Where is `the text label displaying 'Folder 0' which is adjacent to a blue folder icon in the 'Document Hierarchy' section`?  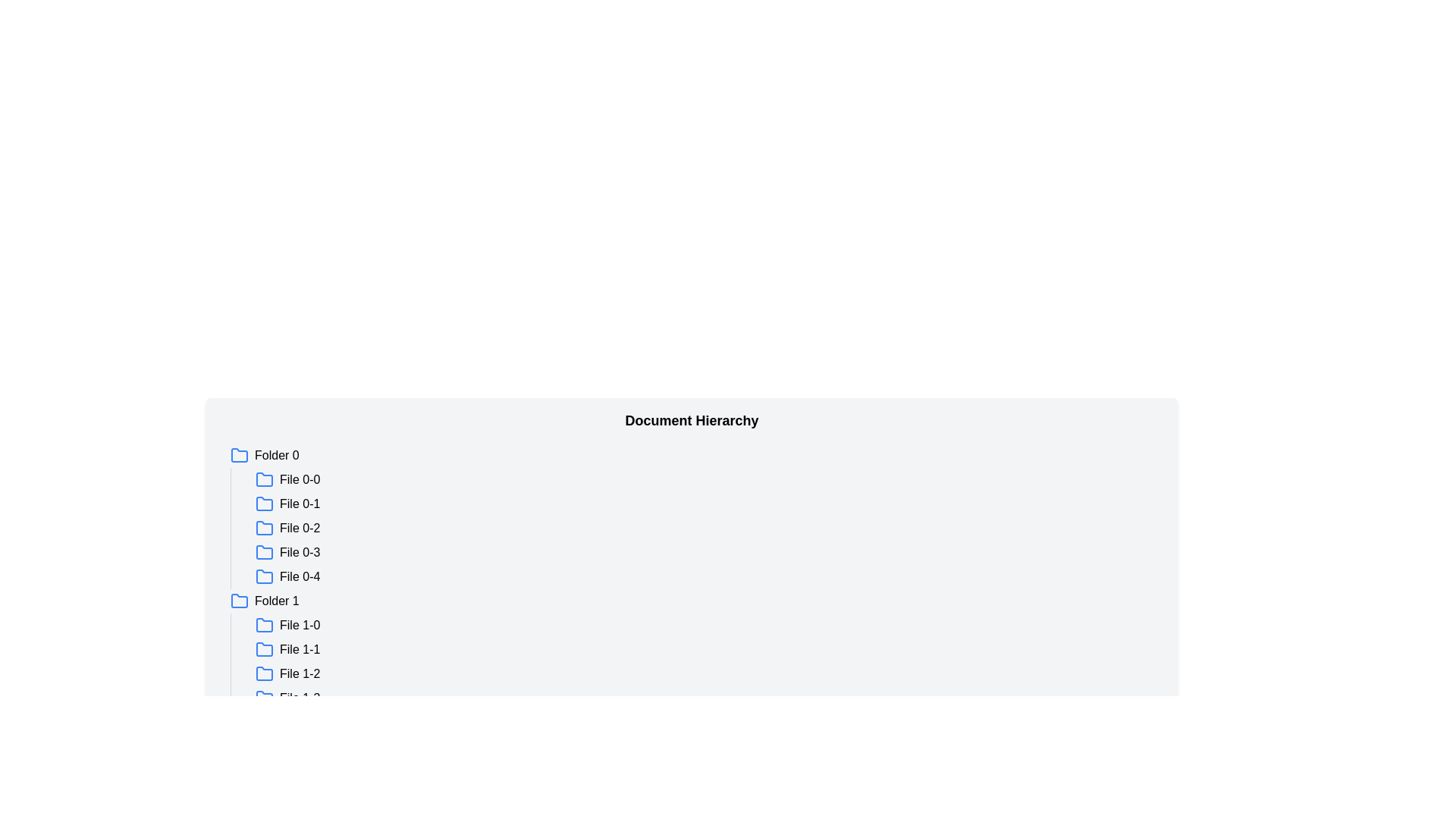
the text label displaying 'Folder 0' which is adjacent to a blue folder icon in the 'Document Hierarchy' section is located at coordinates (277, 455).